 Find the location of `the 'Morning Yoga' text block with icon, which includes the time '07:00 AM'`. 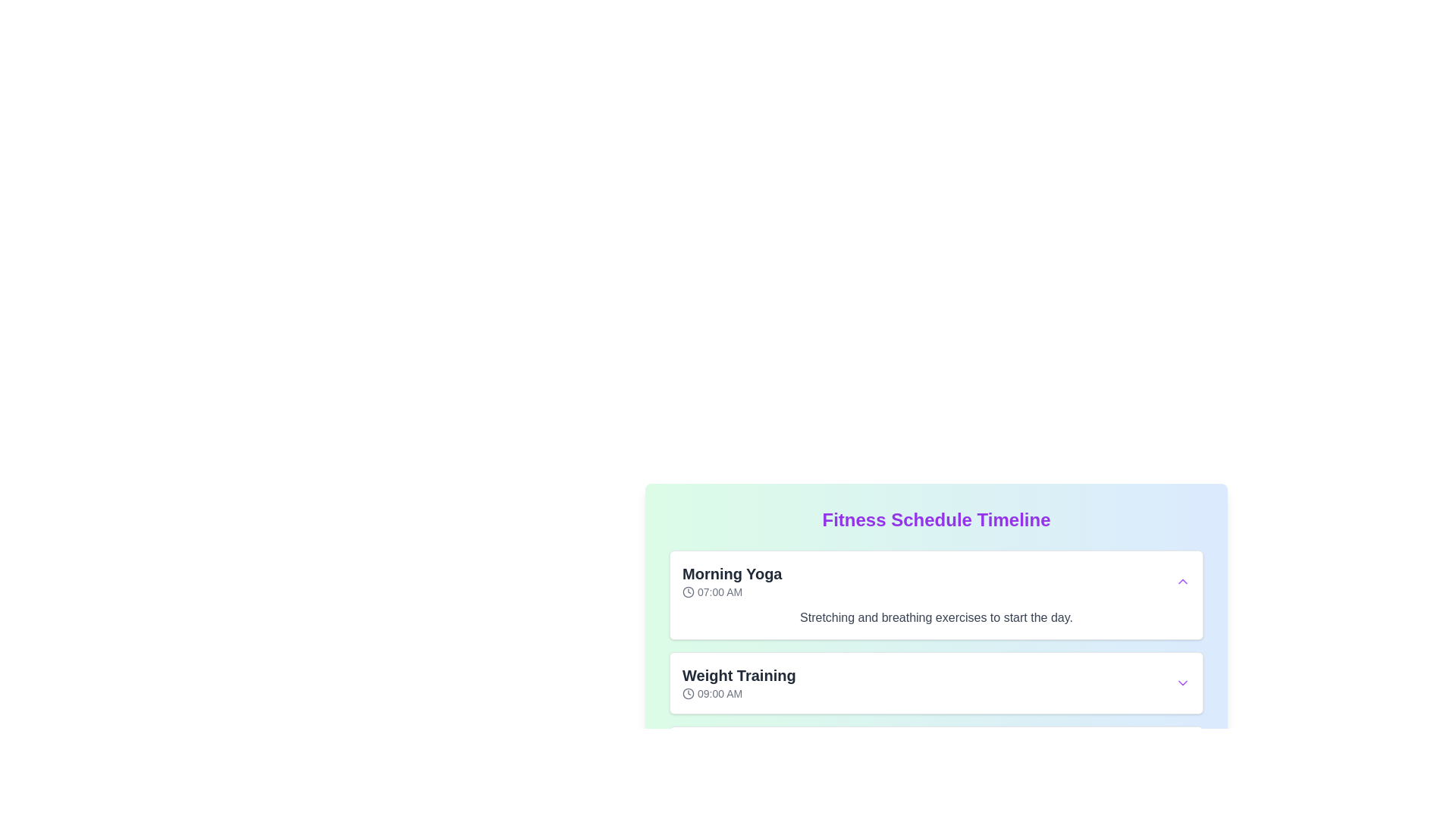

the 'Morning Yoga' text block with icon, which includes the time '07:00 AM' is located at coordinates (732, 581).